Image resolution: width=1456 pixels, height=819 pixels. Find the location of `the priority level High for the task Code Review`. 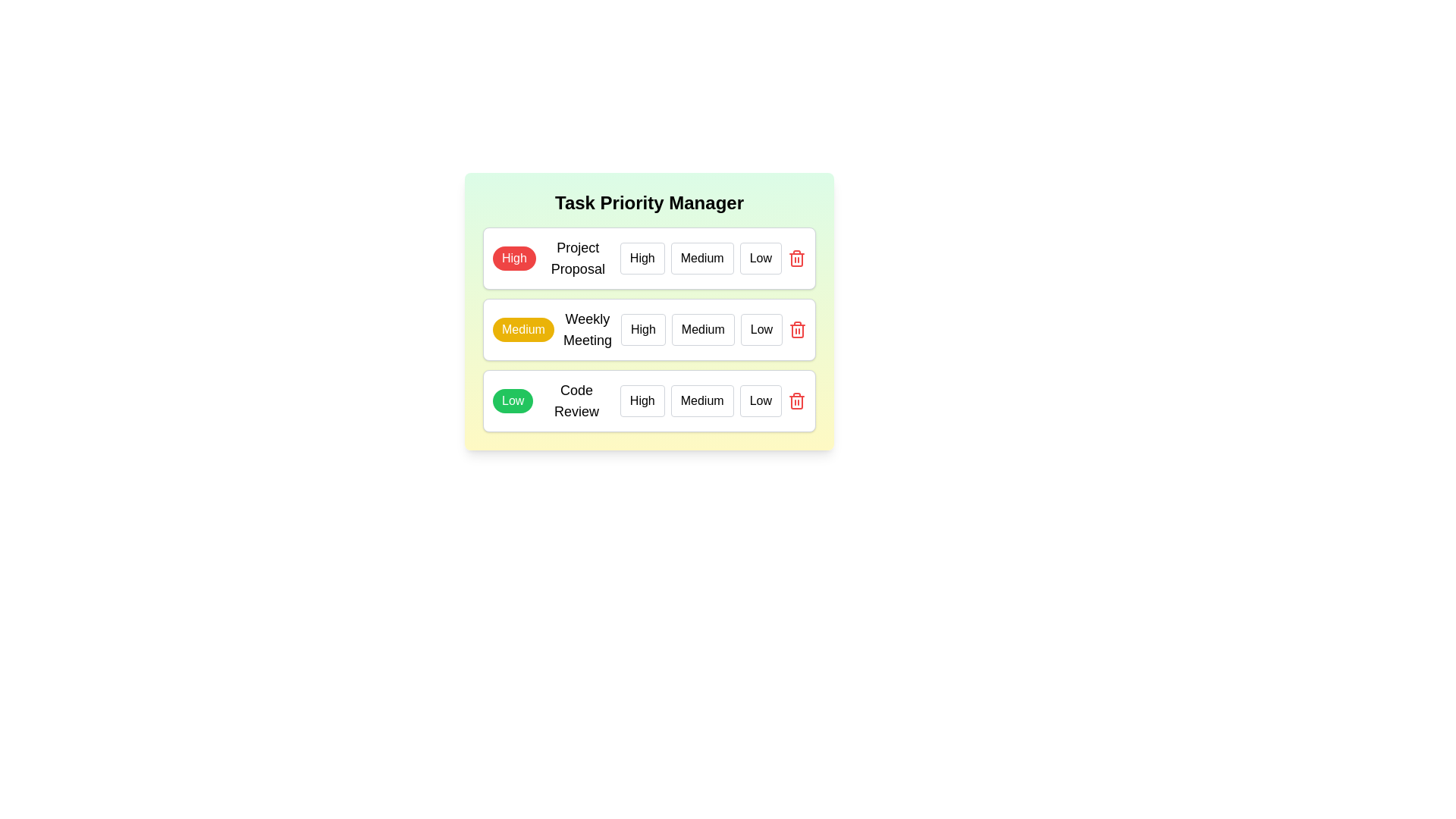

the priority level High for the task Code Review is located at coordinates (642, 400).